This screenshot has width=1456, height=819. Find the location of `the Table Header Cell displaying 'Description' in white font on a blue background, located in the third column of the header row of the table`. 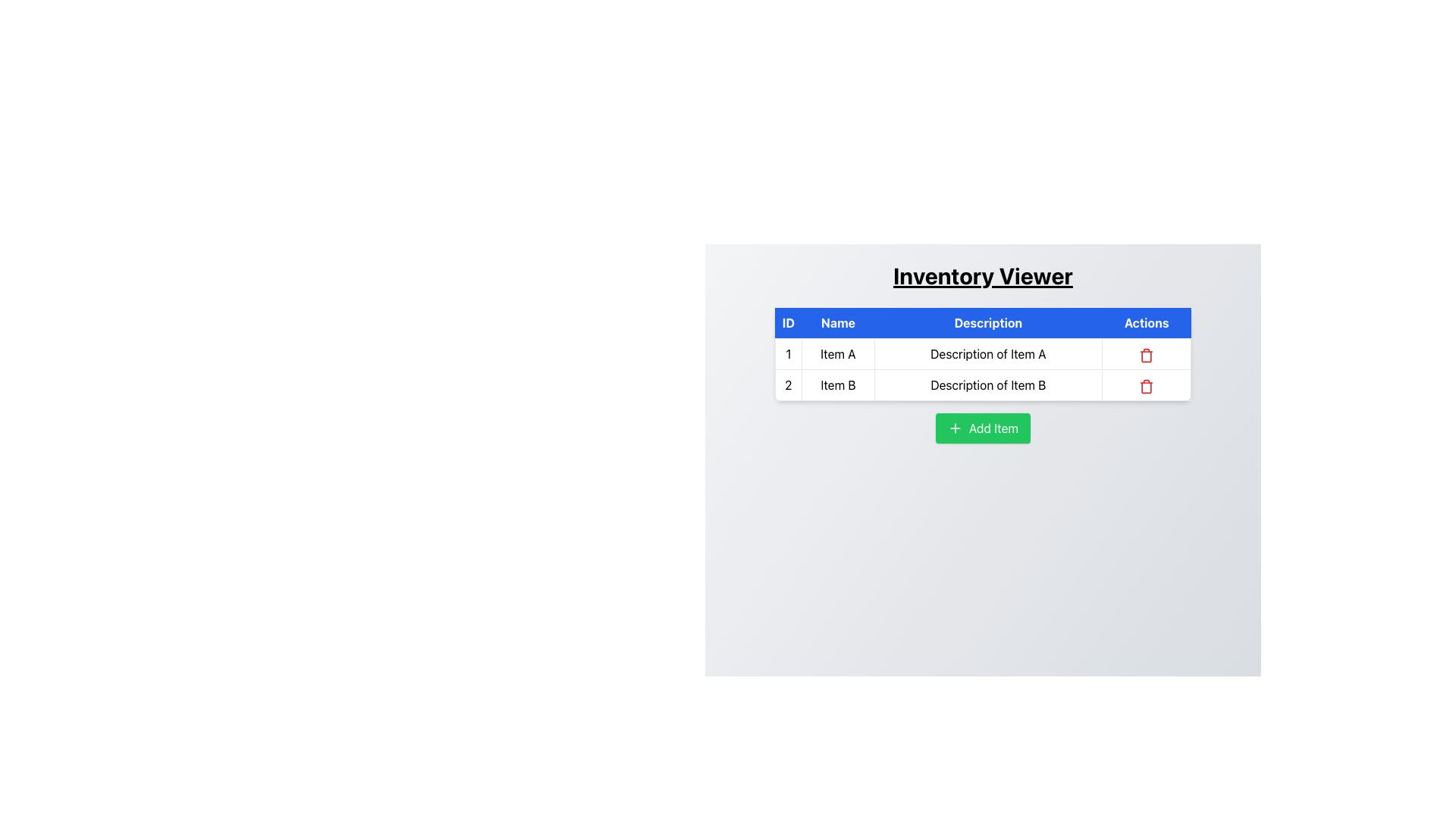

the Table Header Cell displaying 'Description' in white font on a blue background, located in the third column of the header row of the table is located at coordinates (988, 322).